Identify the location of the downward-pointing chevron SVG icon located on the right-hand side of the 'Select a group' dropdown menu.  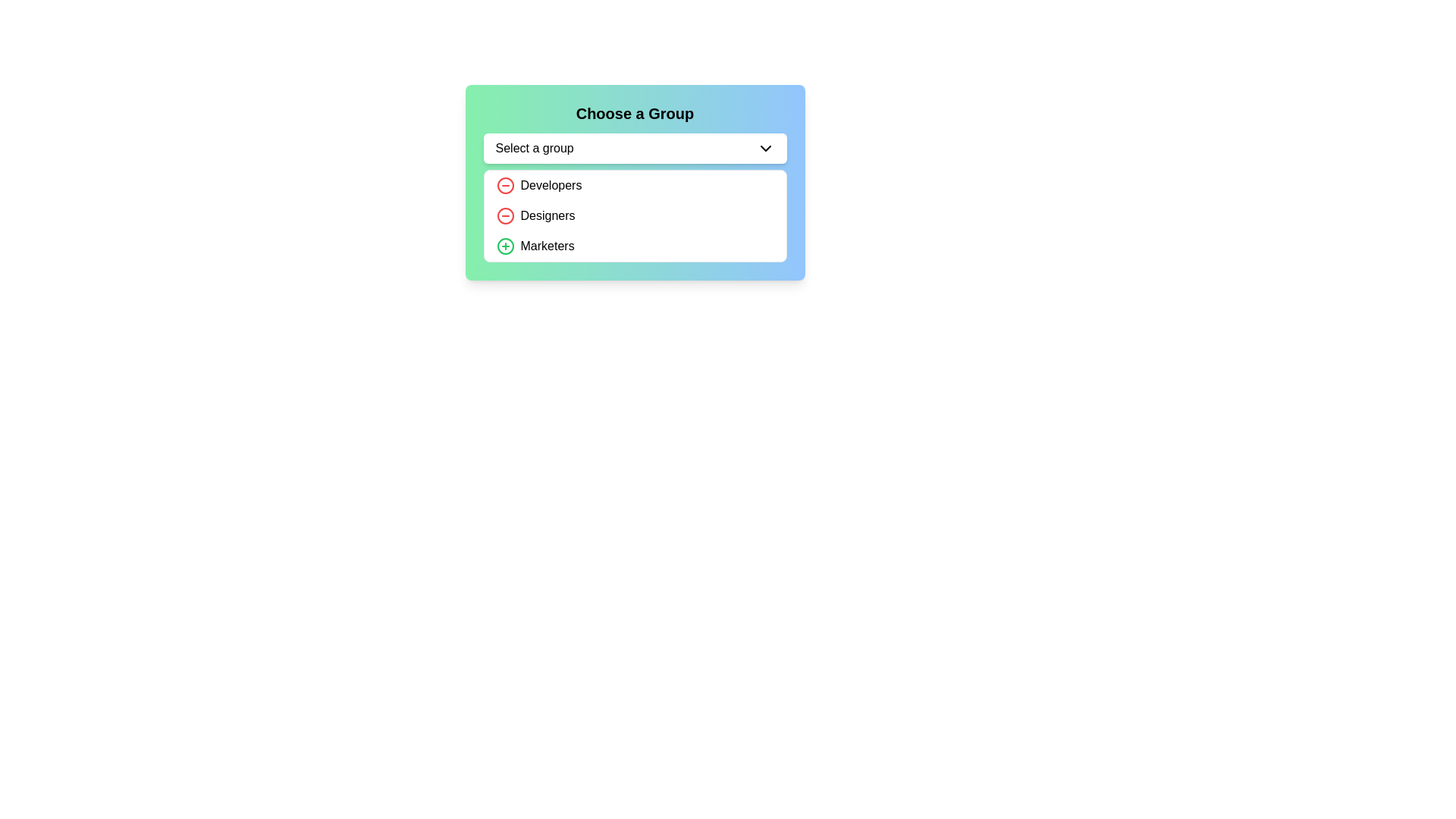
(765, 149).